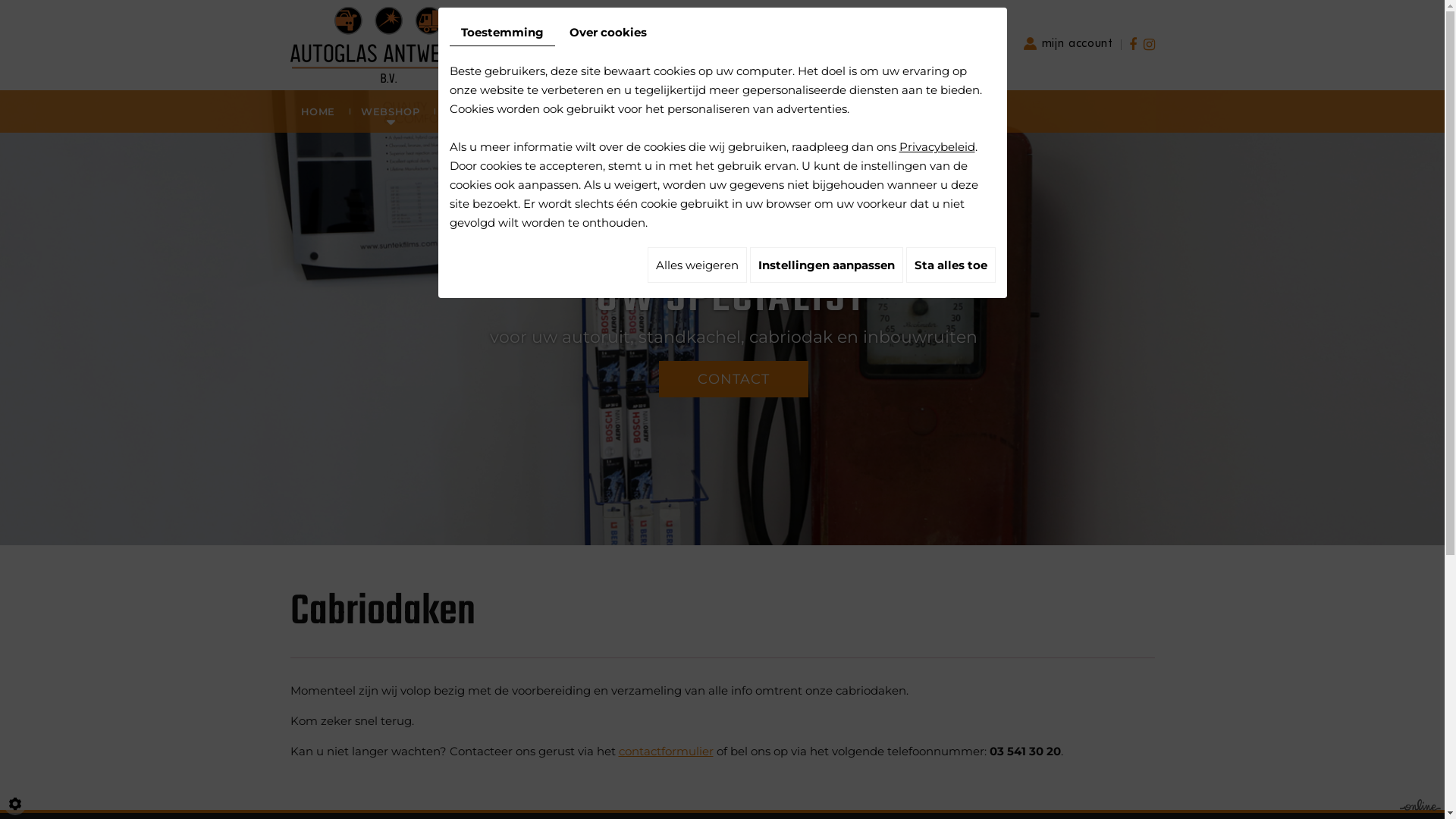 This screenshot has width=1456, height=819. I want to click on 'Sta alles toe', so click(949, 264).